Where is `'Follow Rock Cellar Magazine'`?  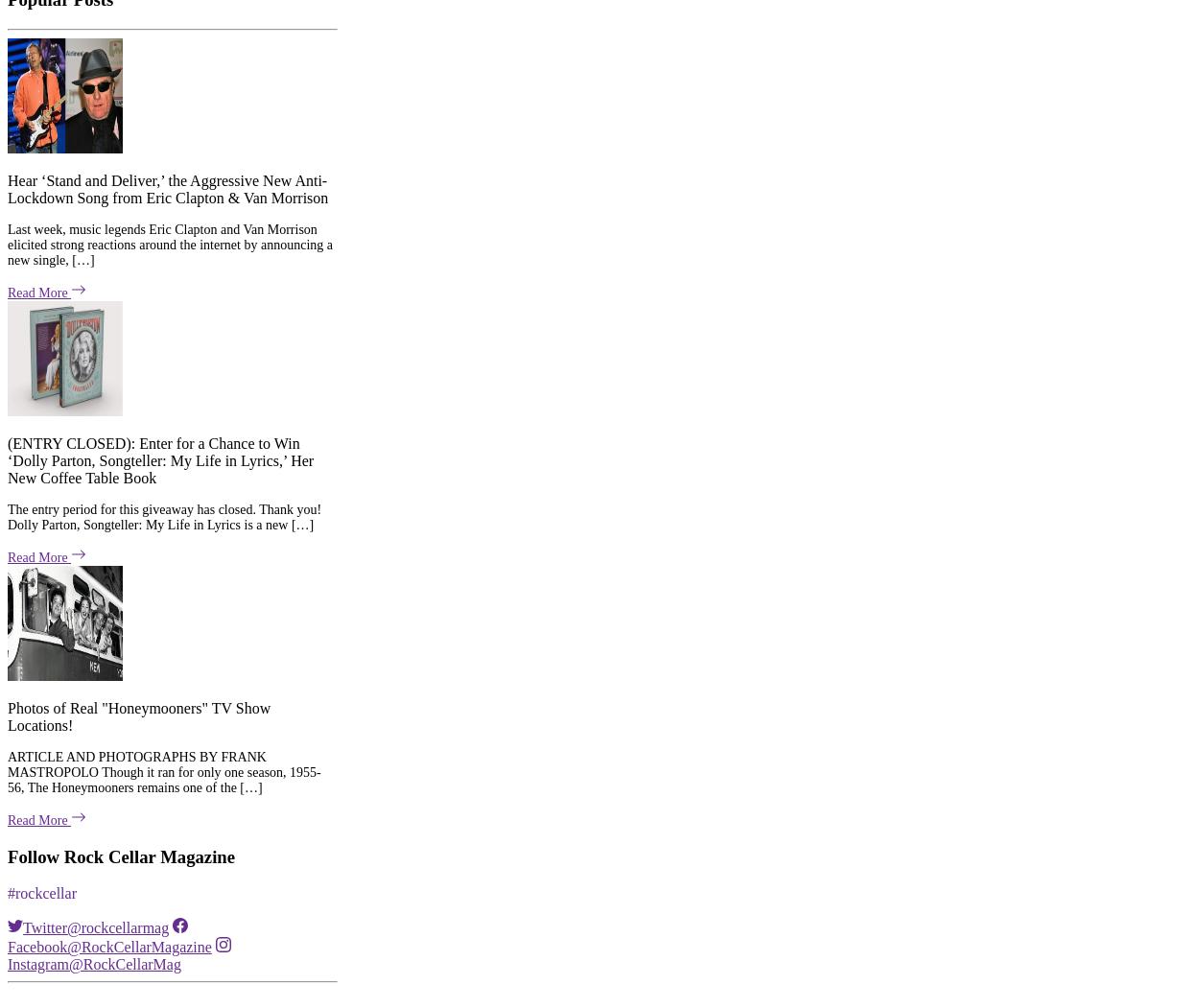
'Follow Rock Cellar Magazine' is located at coordinates (120, 568).